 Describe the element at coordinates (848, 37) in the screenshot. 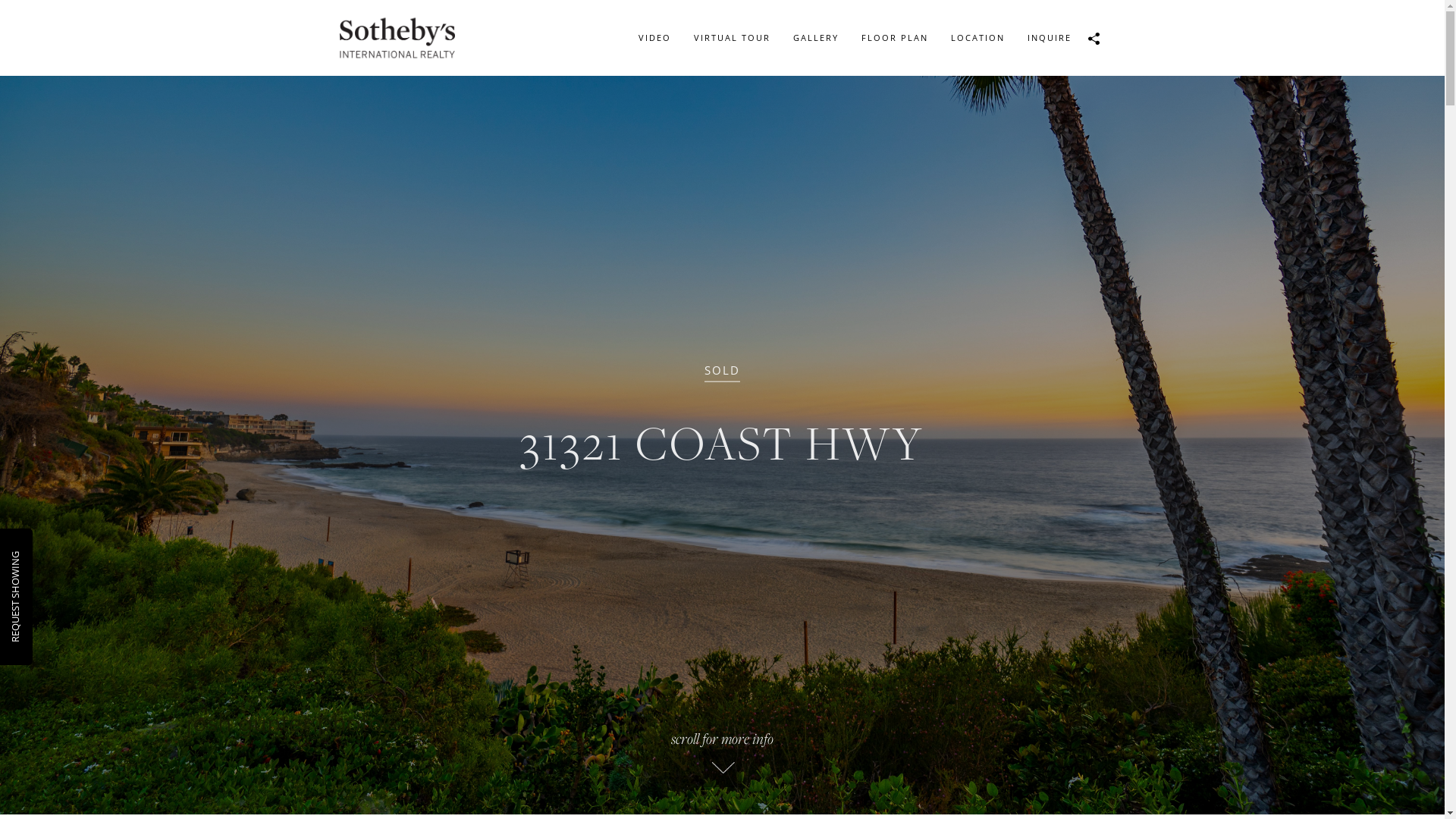

I see `'FLOOR PLAN'` at that location.